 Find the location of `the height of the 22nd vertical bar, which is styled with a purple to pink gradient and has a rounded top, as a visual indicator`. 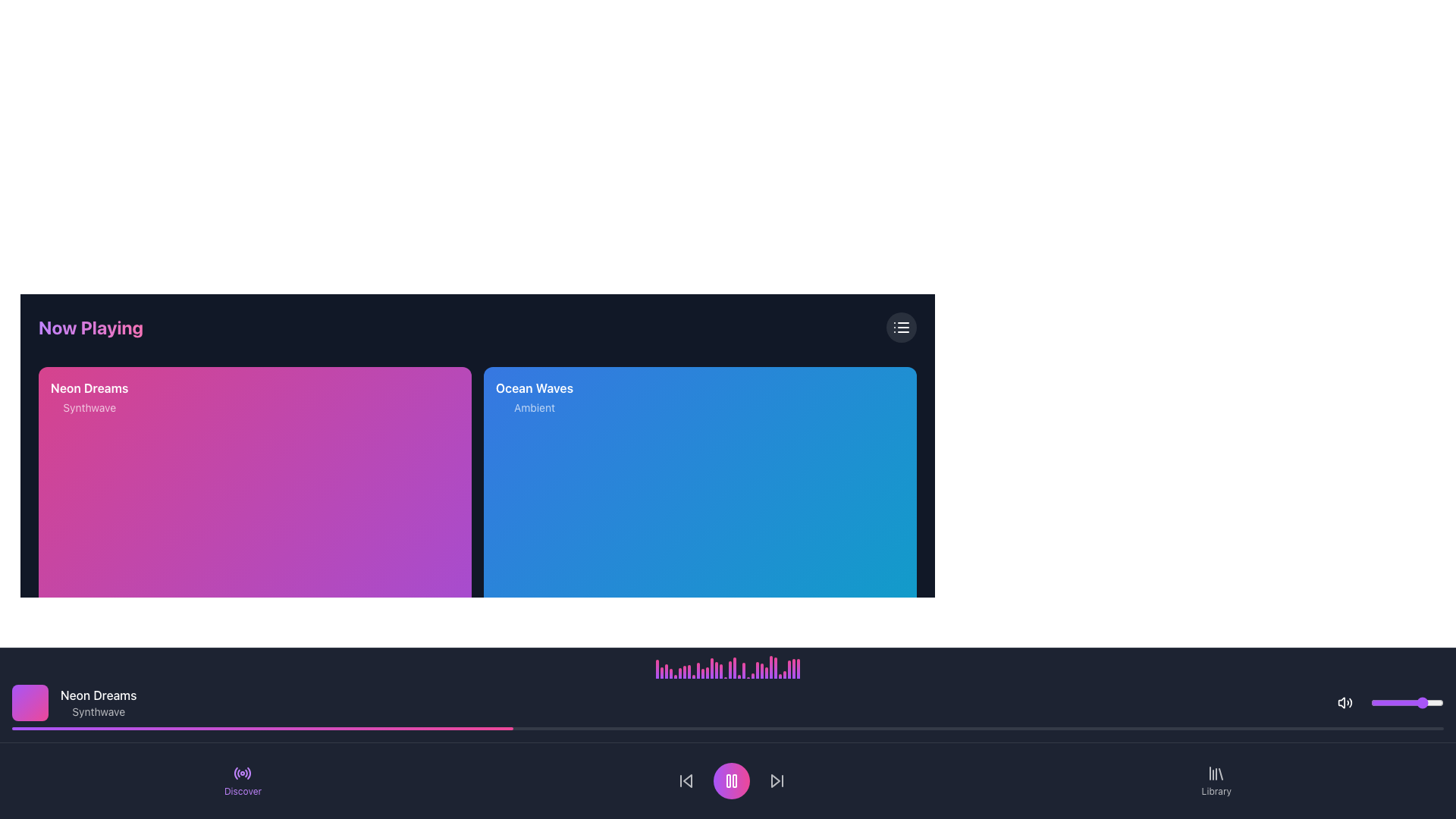

the height of the 22nd vertical bar, which is styled with a purple to pink gradient and has a rounded top, as a visual indicator is located at coordinates (748, 672).